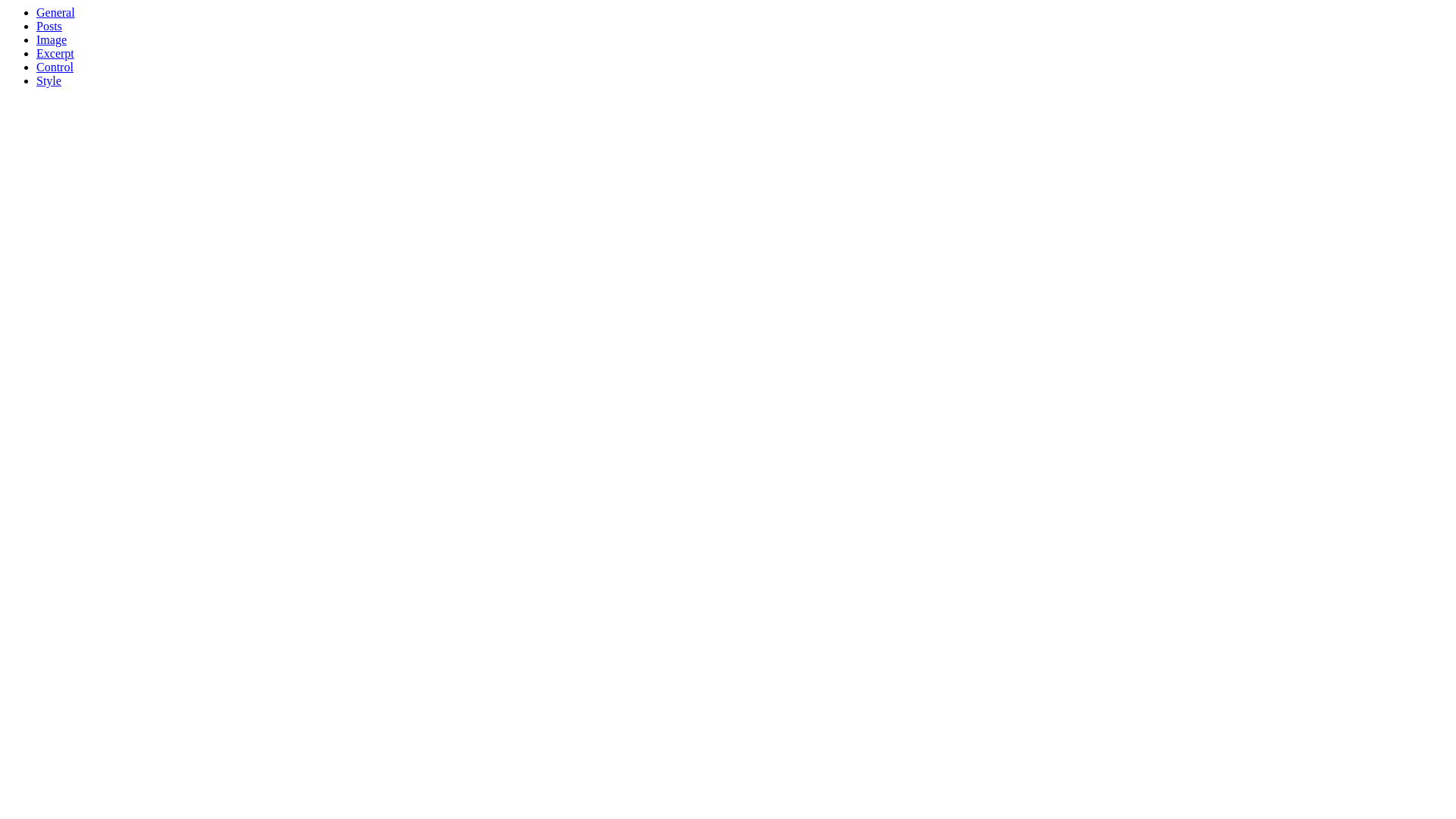  What do you see at coordinates (55, 52) in the screenshot?
I see `'Excerpt'` at bounding box center [55, 52].